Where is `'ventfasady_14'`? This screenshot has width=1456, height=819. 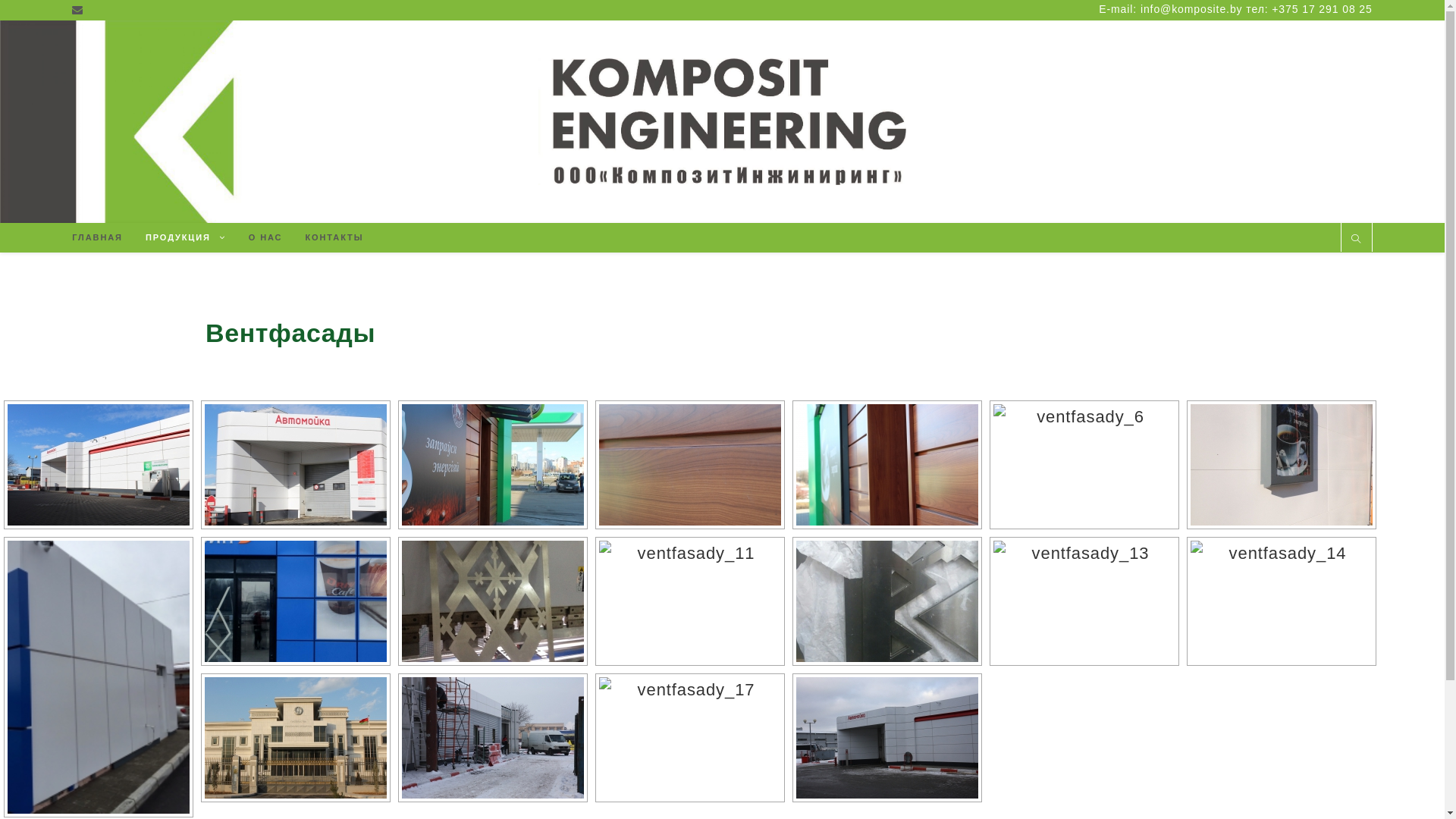
'ventfasady_14' is located at coordinates (1280, 601).